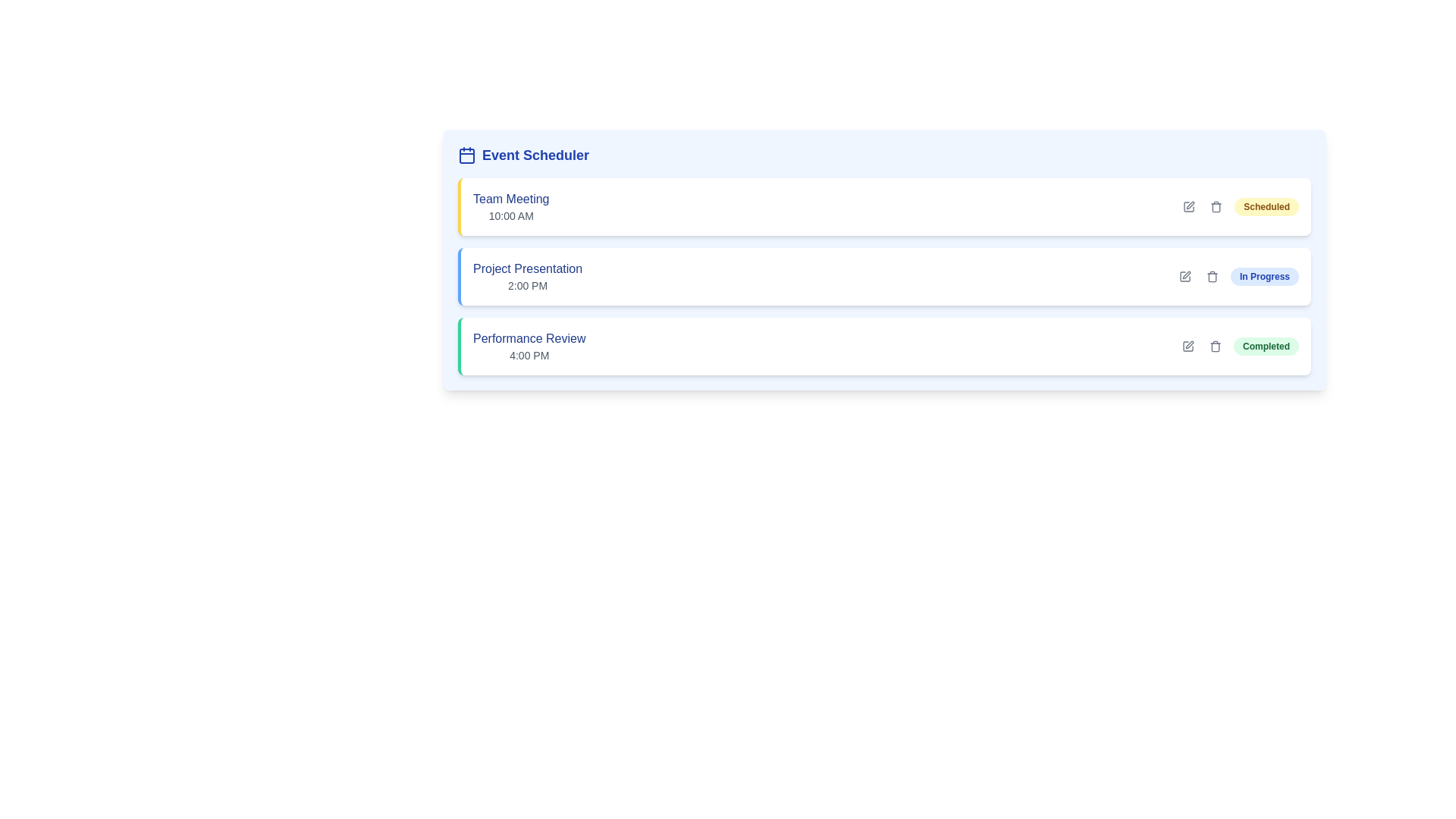  I want to click on the edit button located to the left of the 'Completed' text in the 'Event Scheduler' list, so click(1187, 346).